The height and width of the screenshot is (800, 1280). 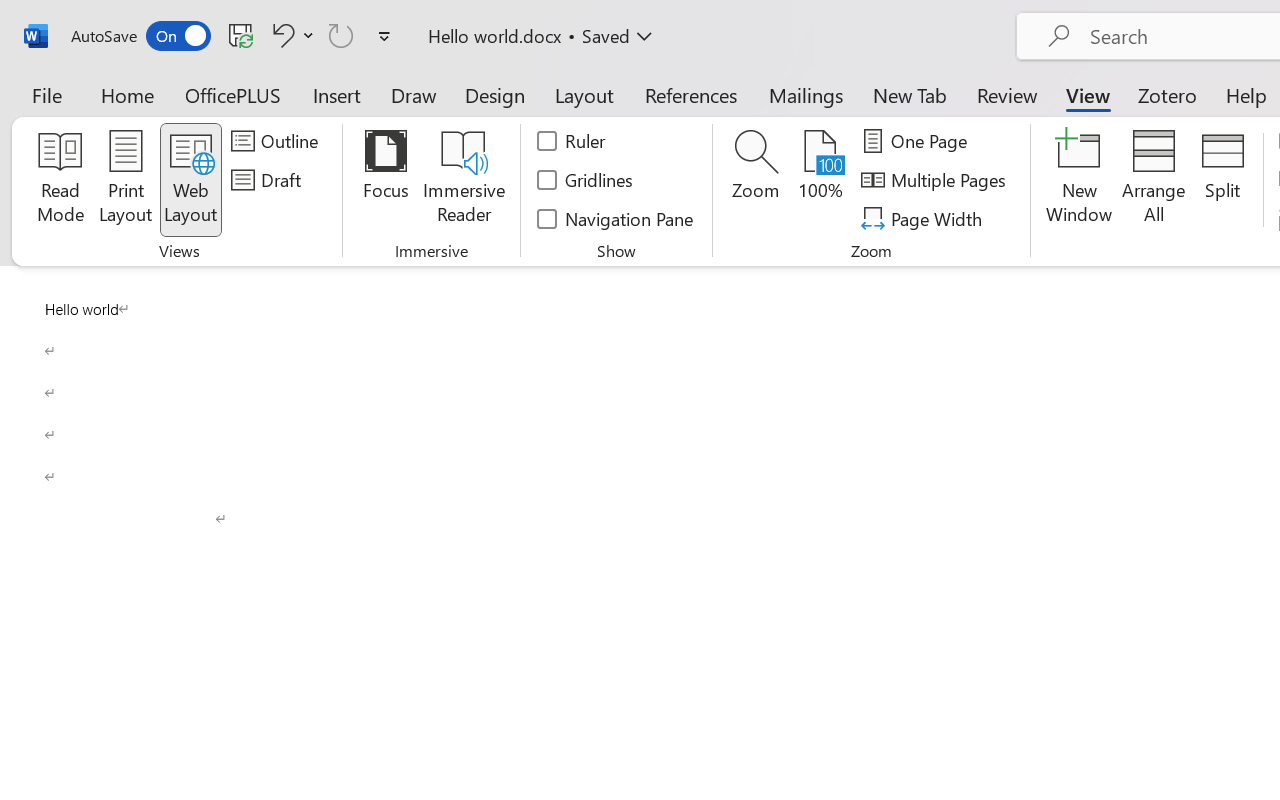 I want to click on 'Undo Paragraph Formatting', so click(x=289, y=34).